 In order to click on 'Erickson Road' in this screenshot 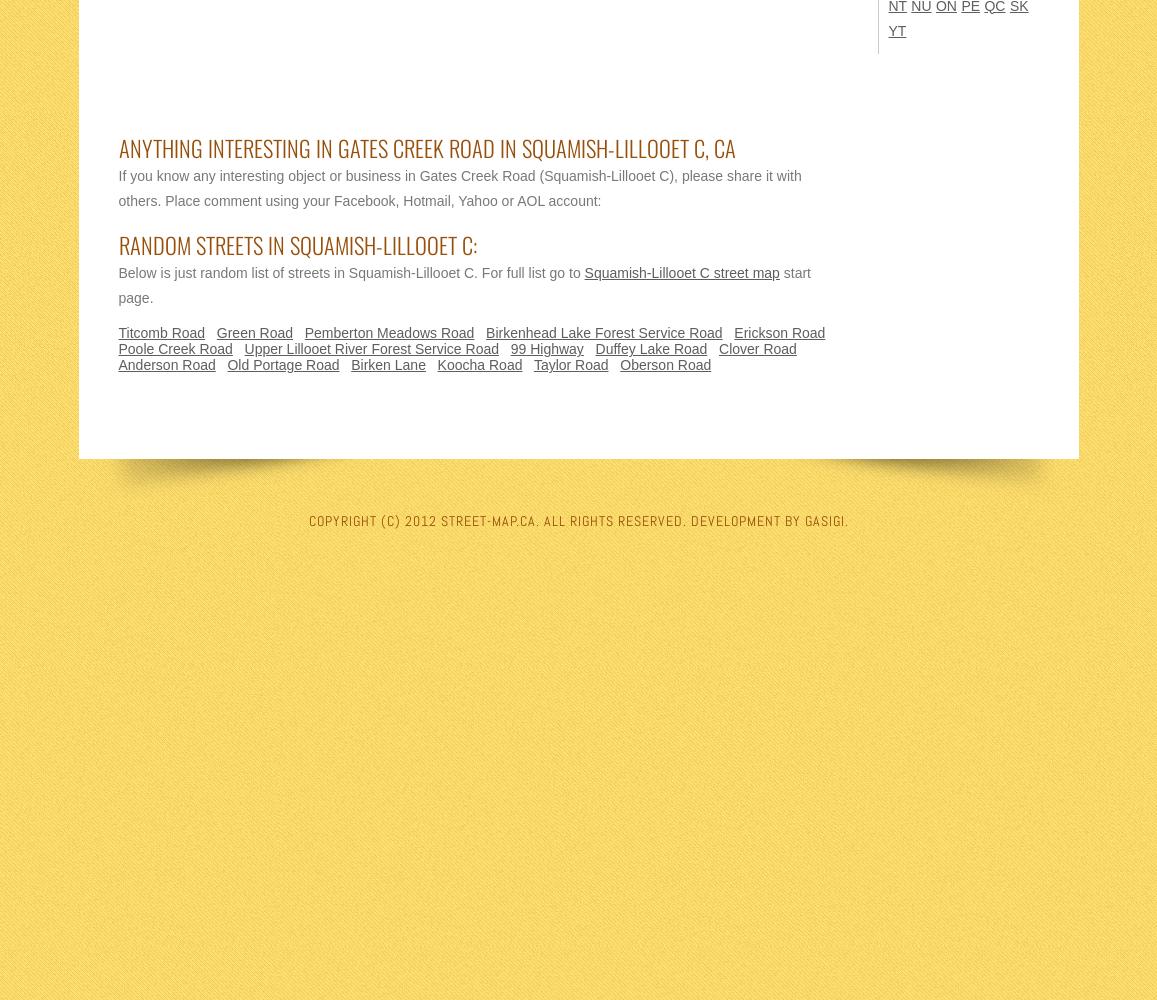, I will do `click(778, 332)`.